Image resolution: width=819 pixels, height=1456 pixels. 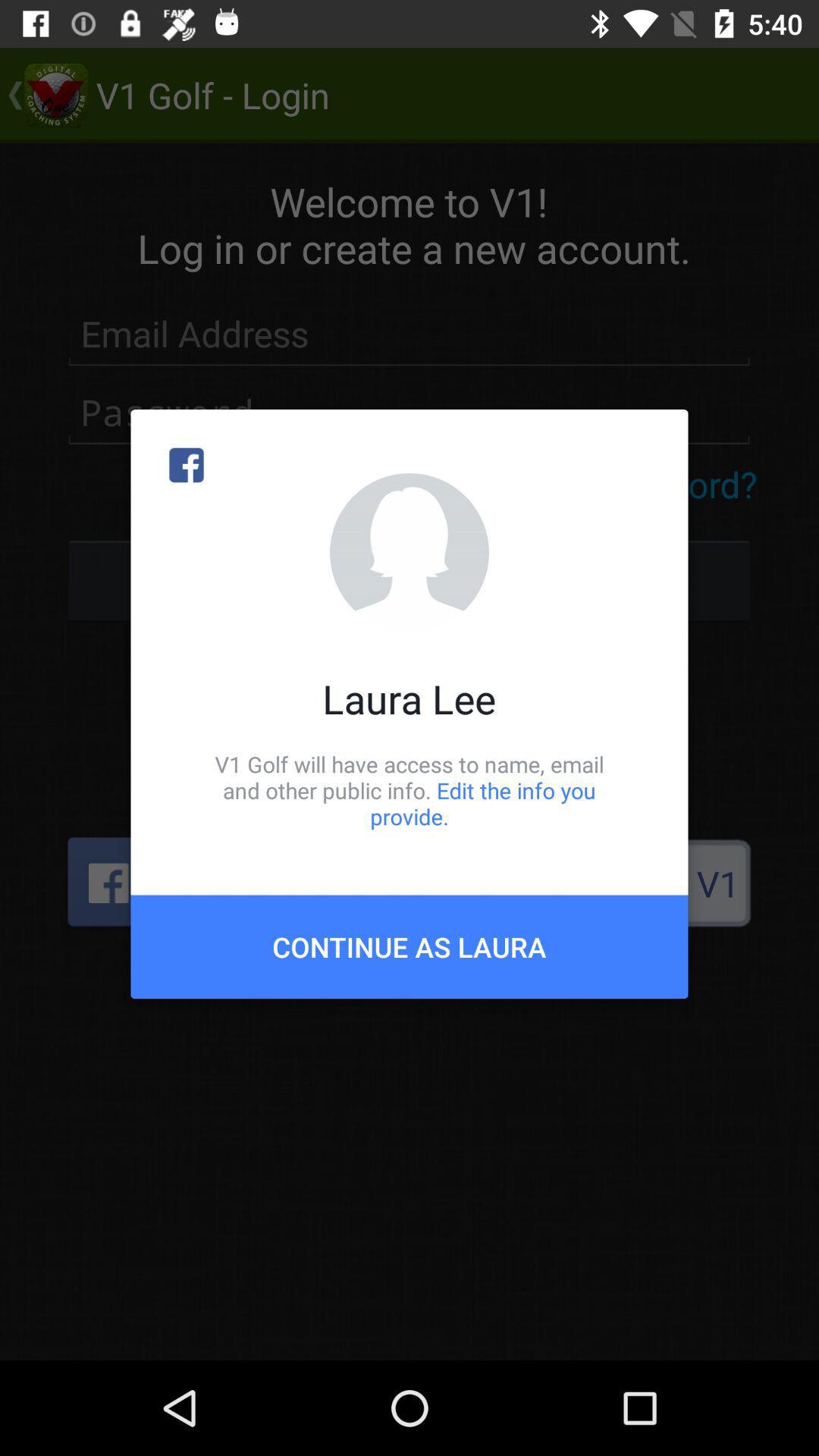 I want to click on the continue as laura icon, so click(x=409, y=946).